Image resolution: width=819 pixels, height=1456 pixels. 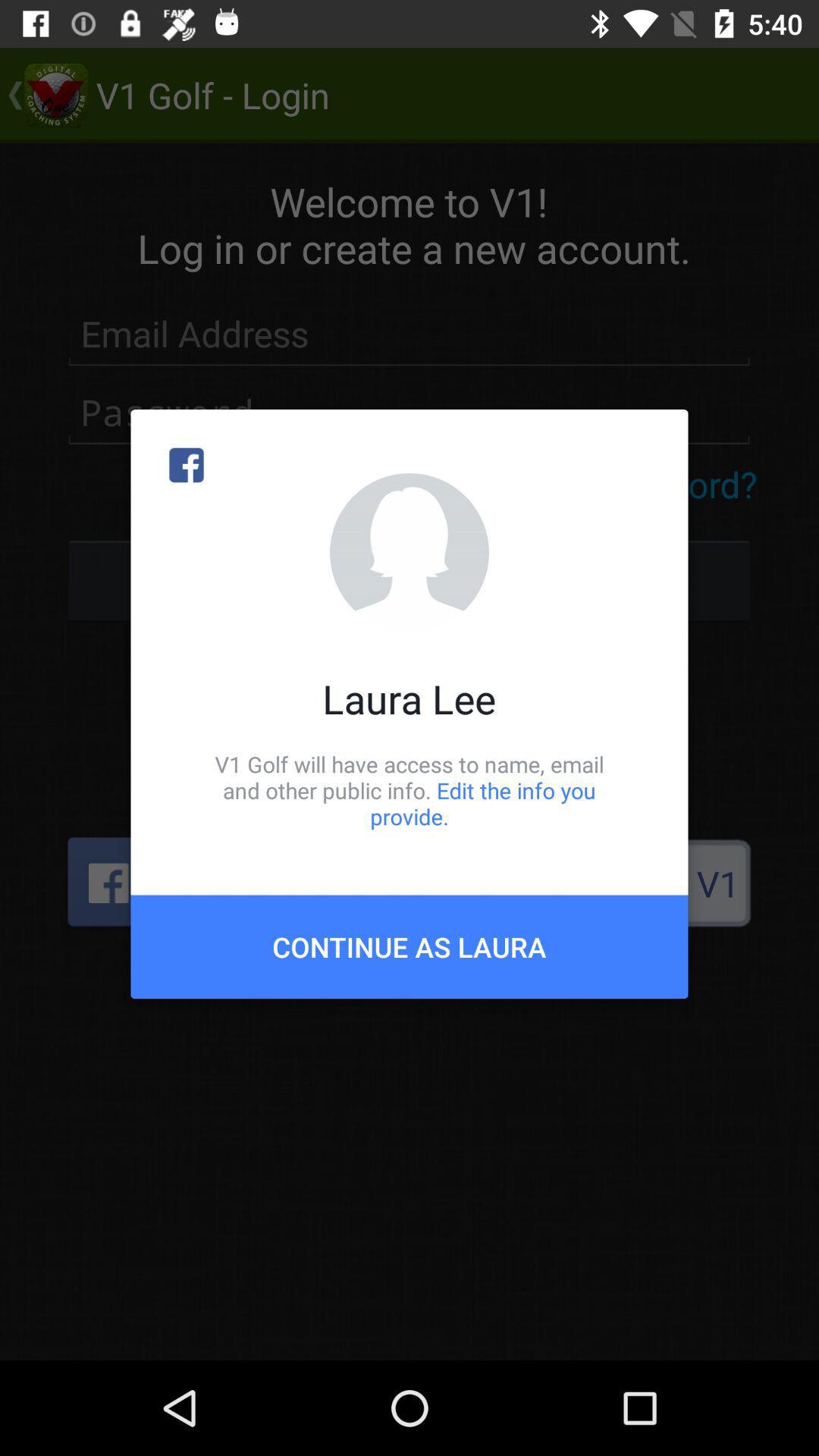 I want to click on the continue as laura icon, so click(x=409, y=946).